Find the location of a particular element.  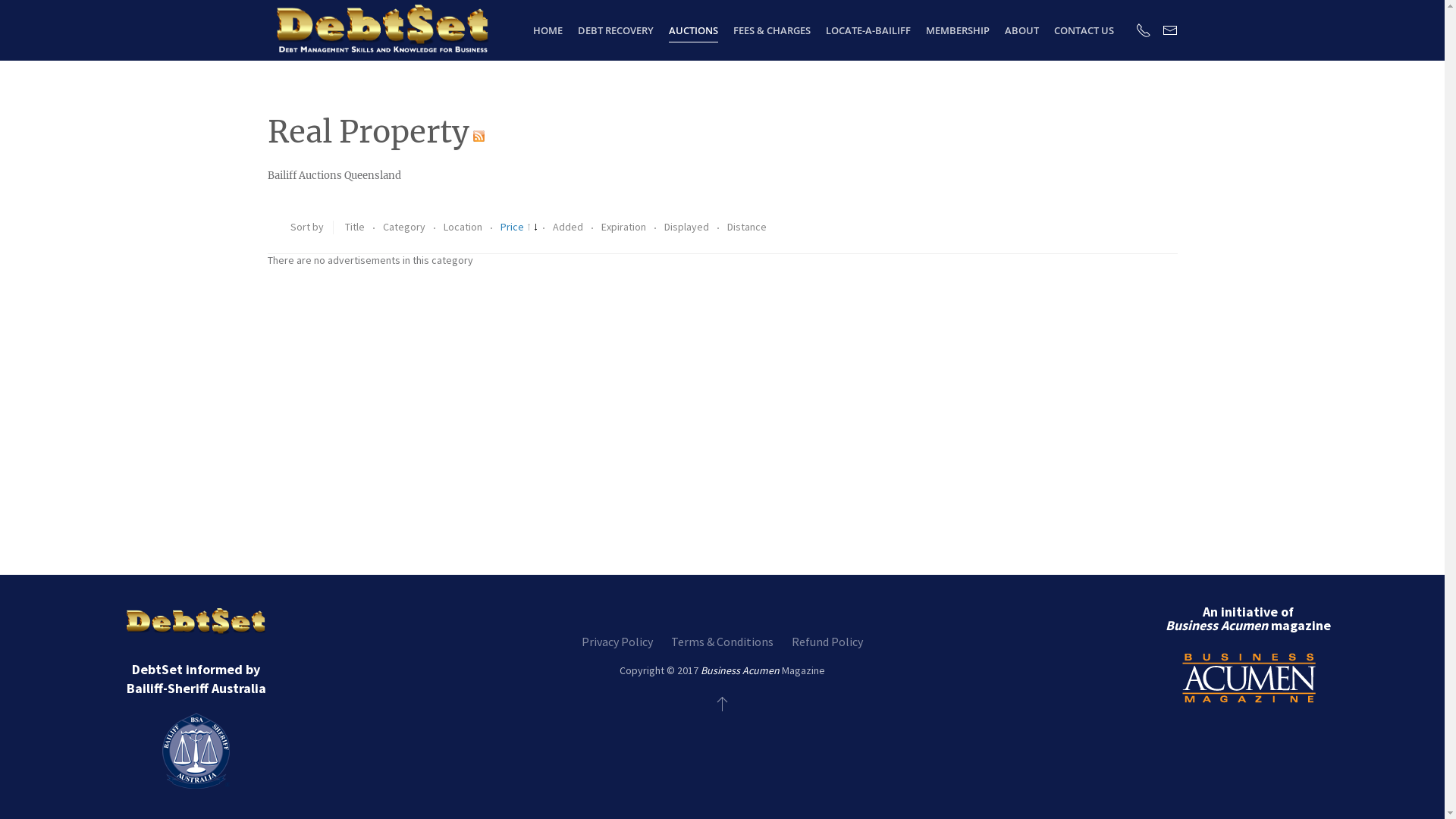

'Expiration' is located at coordinates (623, 227).